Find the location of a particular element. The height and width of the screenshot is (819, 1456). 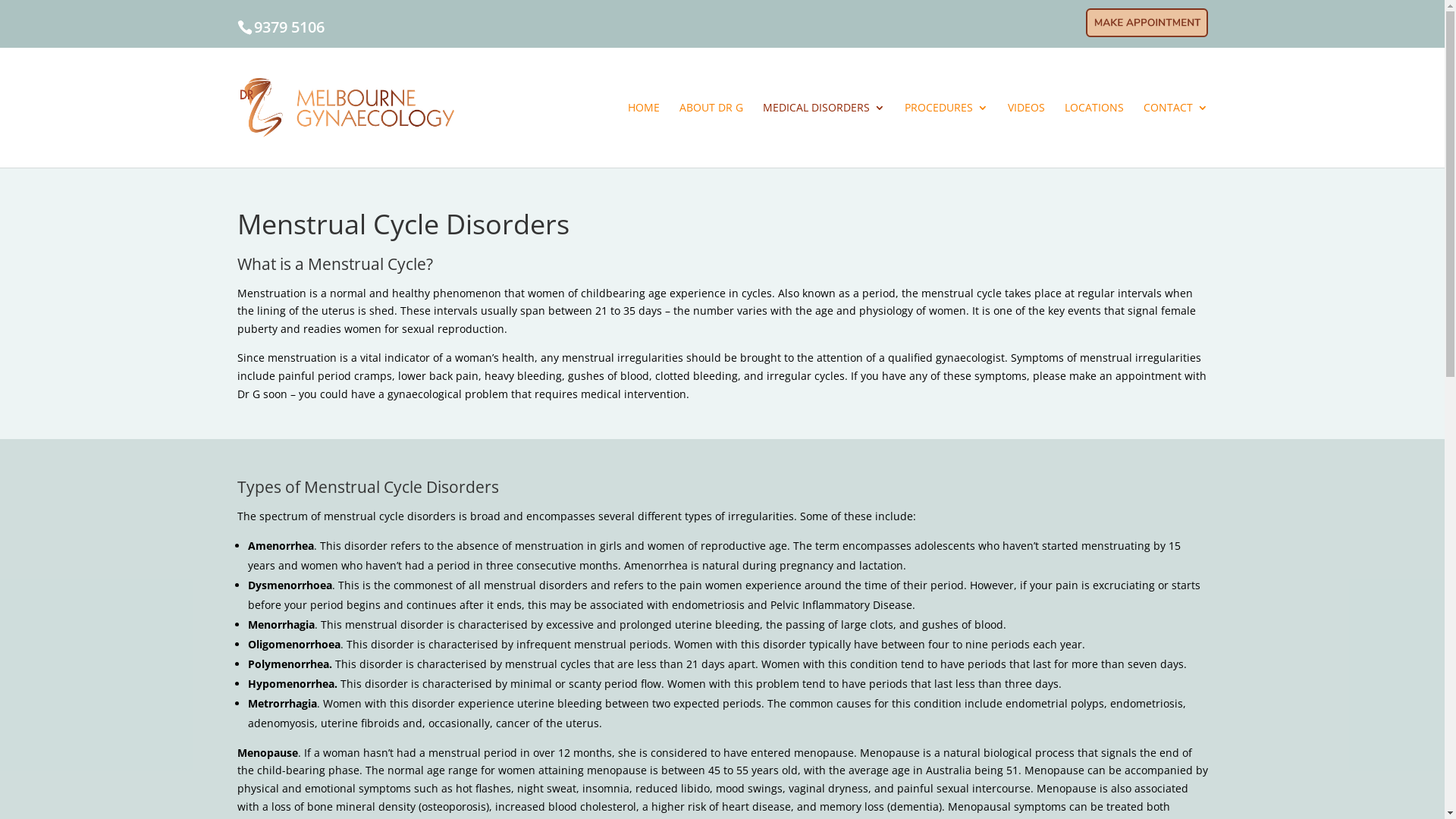

'CONTACT' is located at coordinates (1143, 133).